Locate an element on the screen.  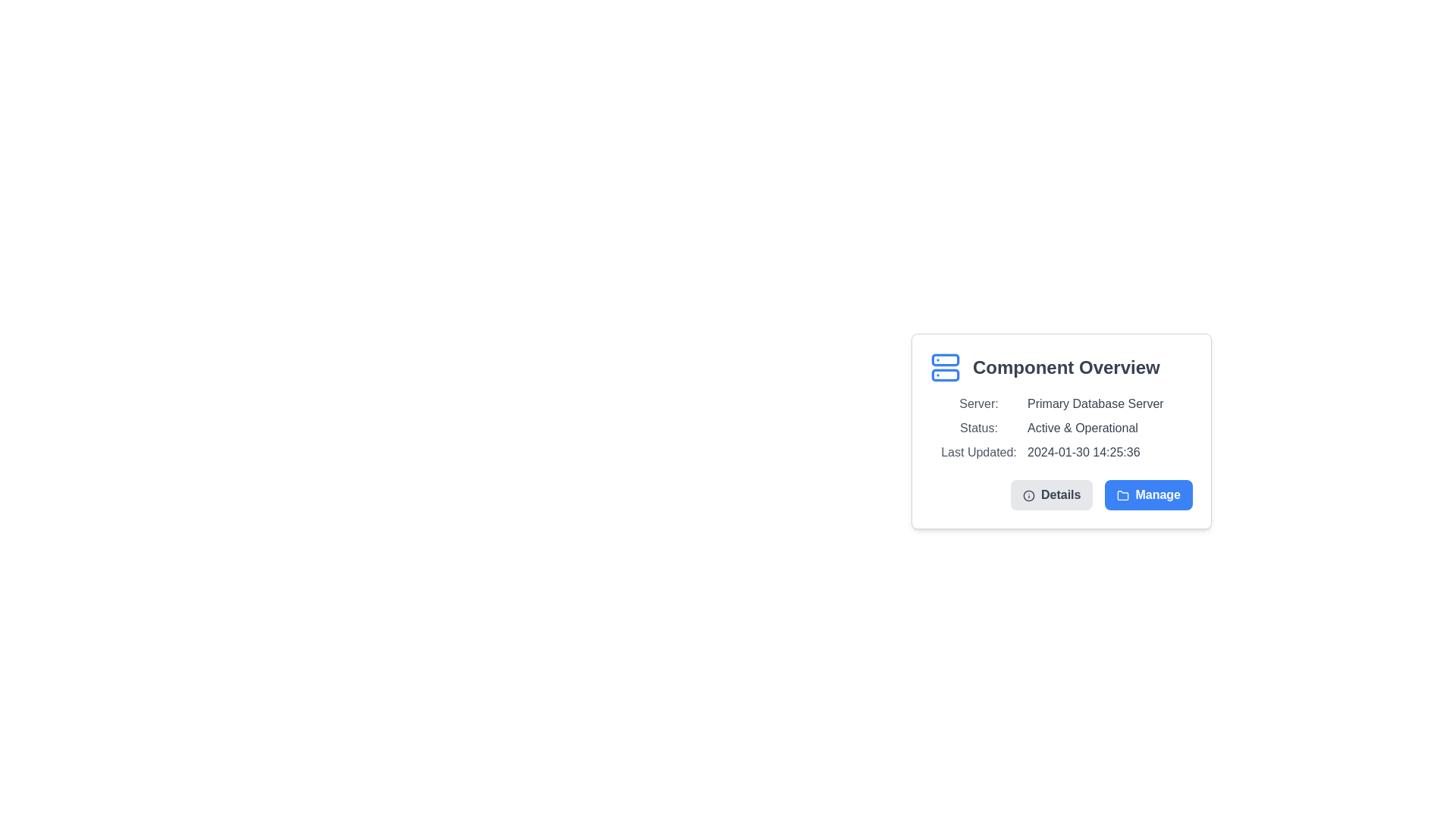
the 'Details' button, which is a rounded rectangle with a gray background and white text, located in the bottom-right corner of the 'Component Overview' card is located at coordinates (1051, 494).